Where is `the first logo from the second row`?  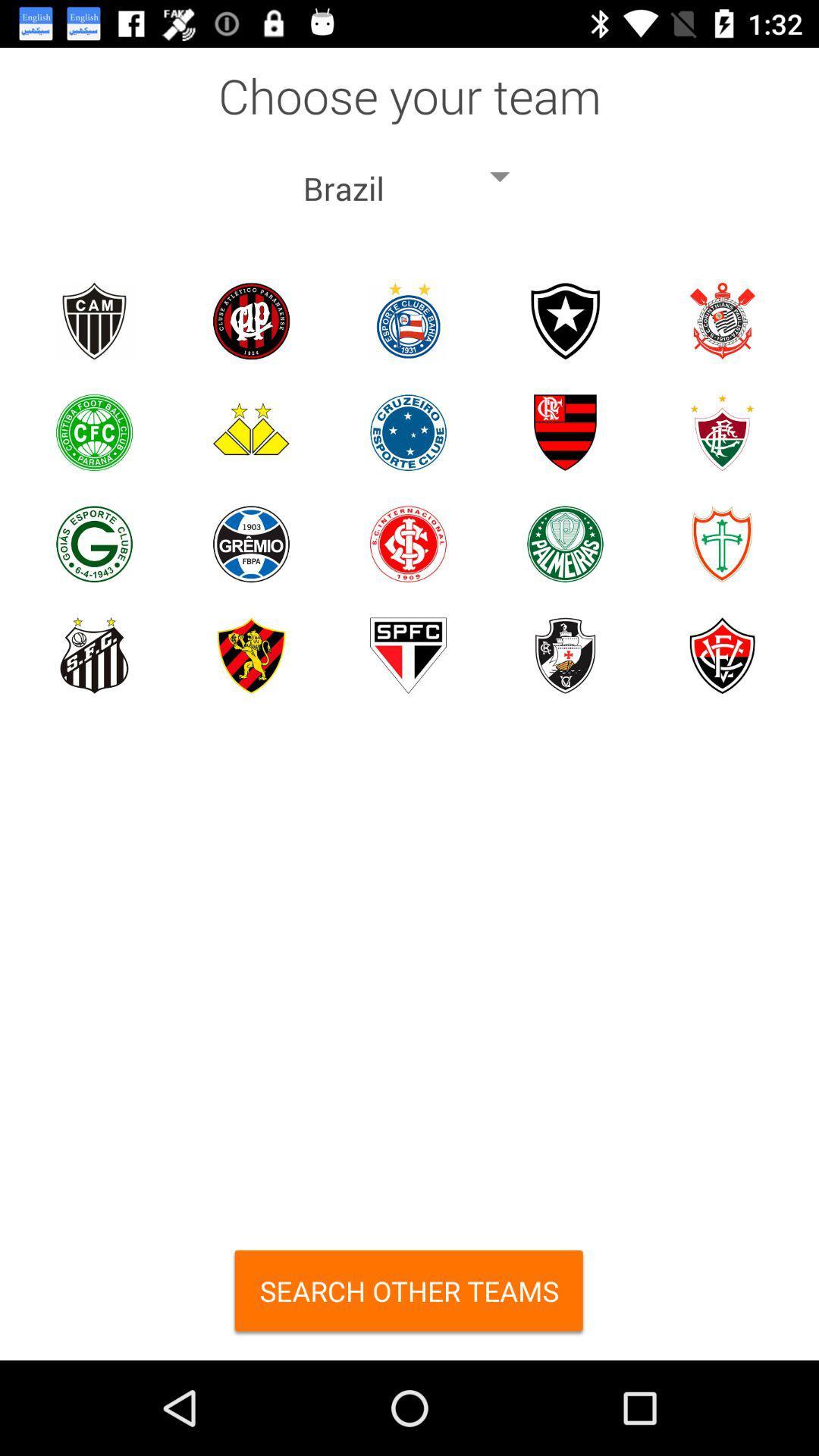 the first logo from the second row is located at coordinates (94, 431).